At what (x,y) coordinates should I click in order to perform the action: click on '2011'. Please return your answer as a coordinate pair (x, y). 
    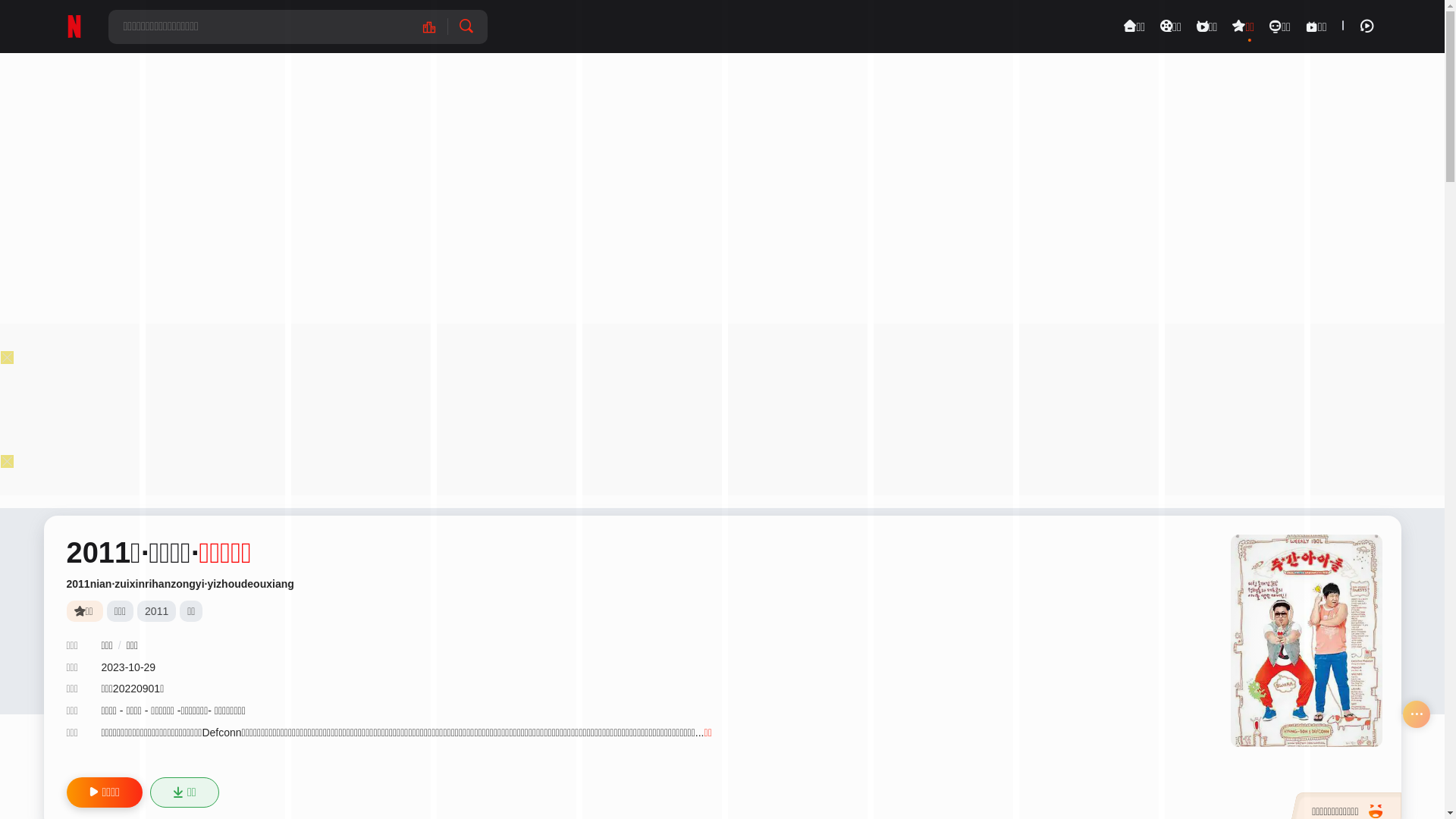
    Looking at the image, I should click on (156, 610).